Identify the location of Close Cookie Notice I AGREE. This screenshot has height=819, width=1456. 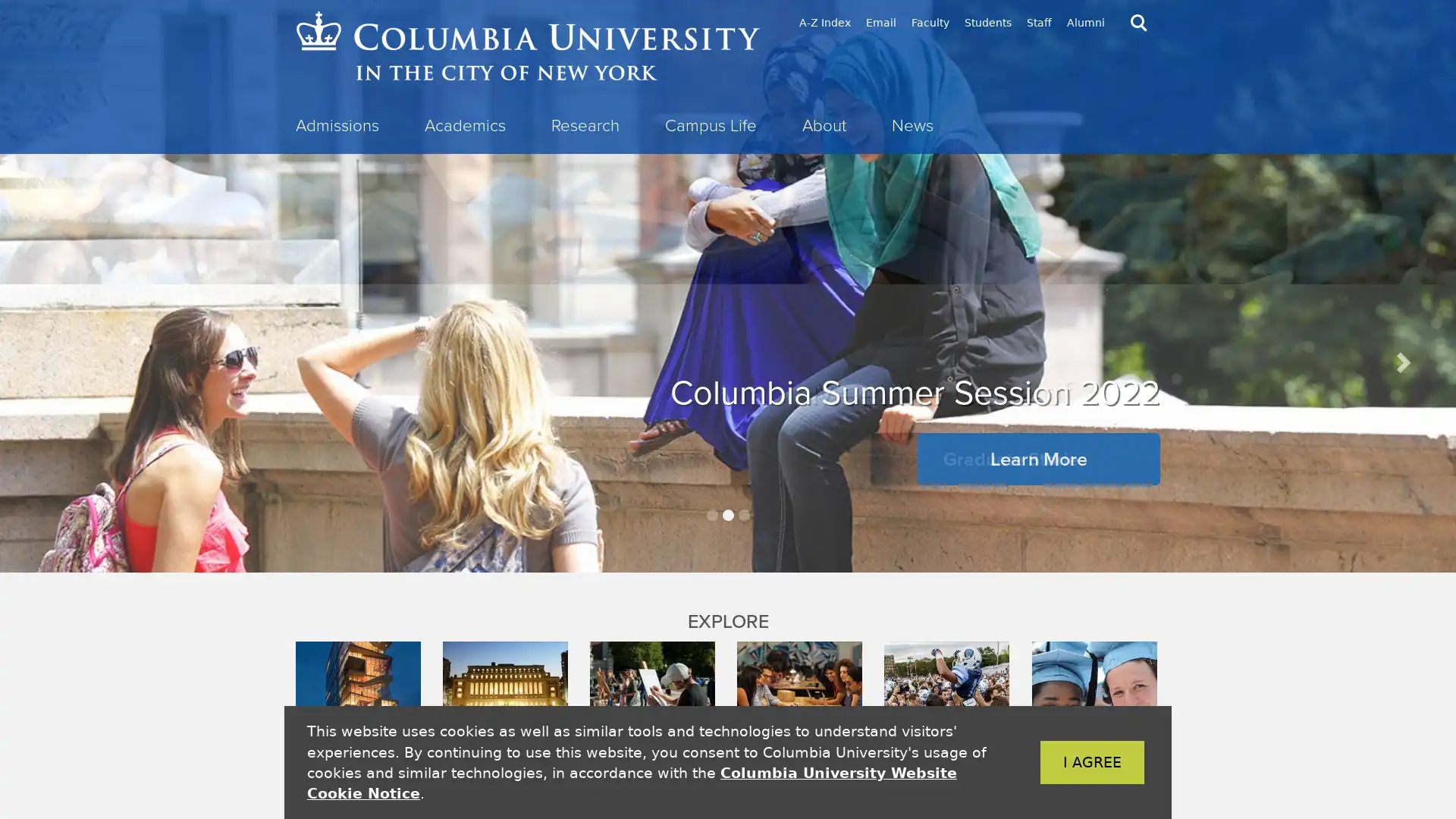
(1068, 762).